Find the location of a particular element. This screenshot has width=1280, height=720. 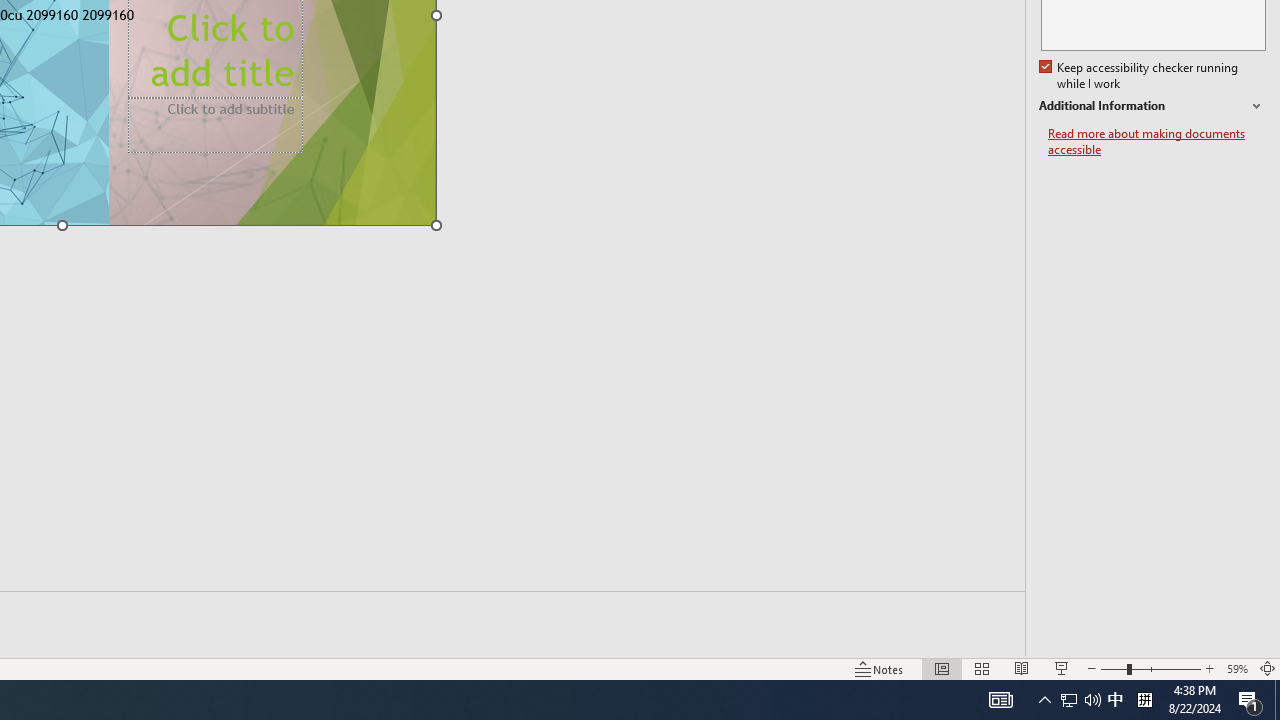

'Additional Information' is located at coordinates (1152, 106).